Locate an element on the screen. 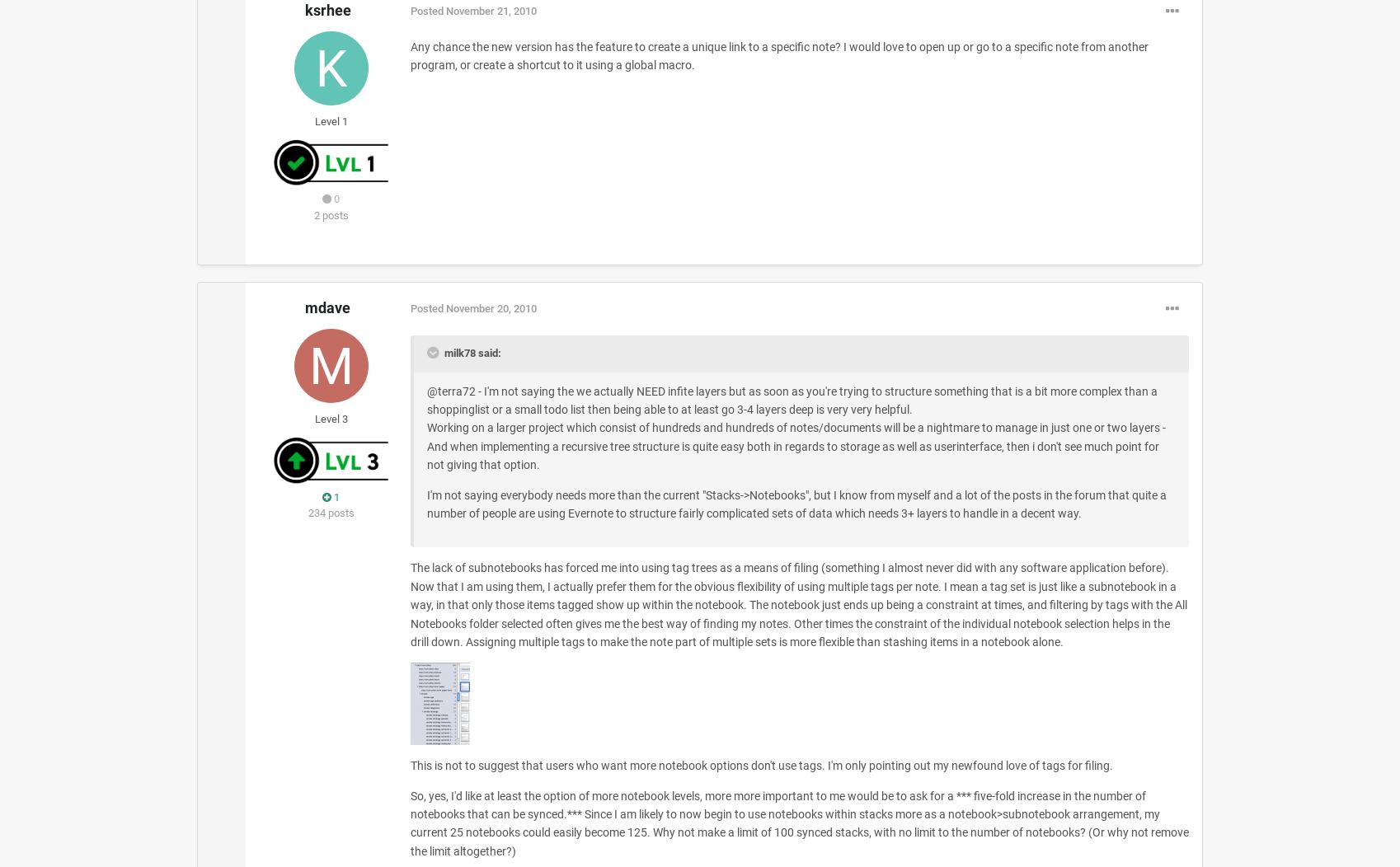  'November 20, 2010' is located at coordinates (444, 307).